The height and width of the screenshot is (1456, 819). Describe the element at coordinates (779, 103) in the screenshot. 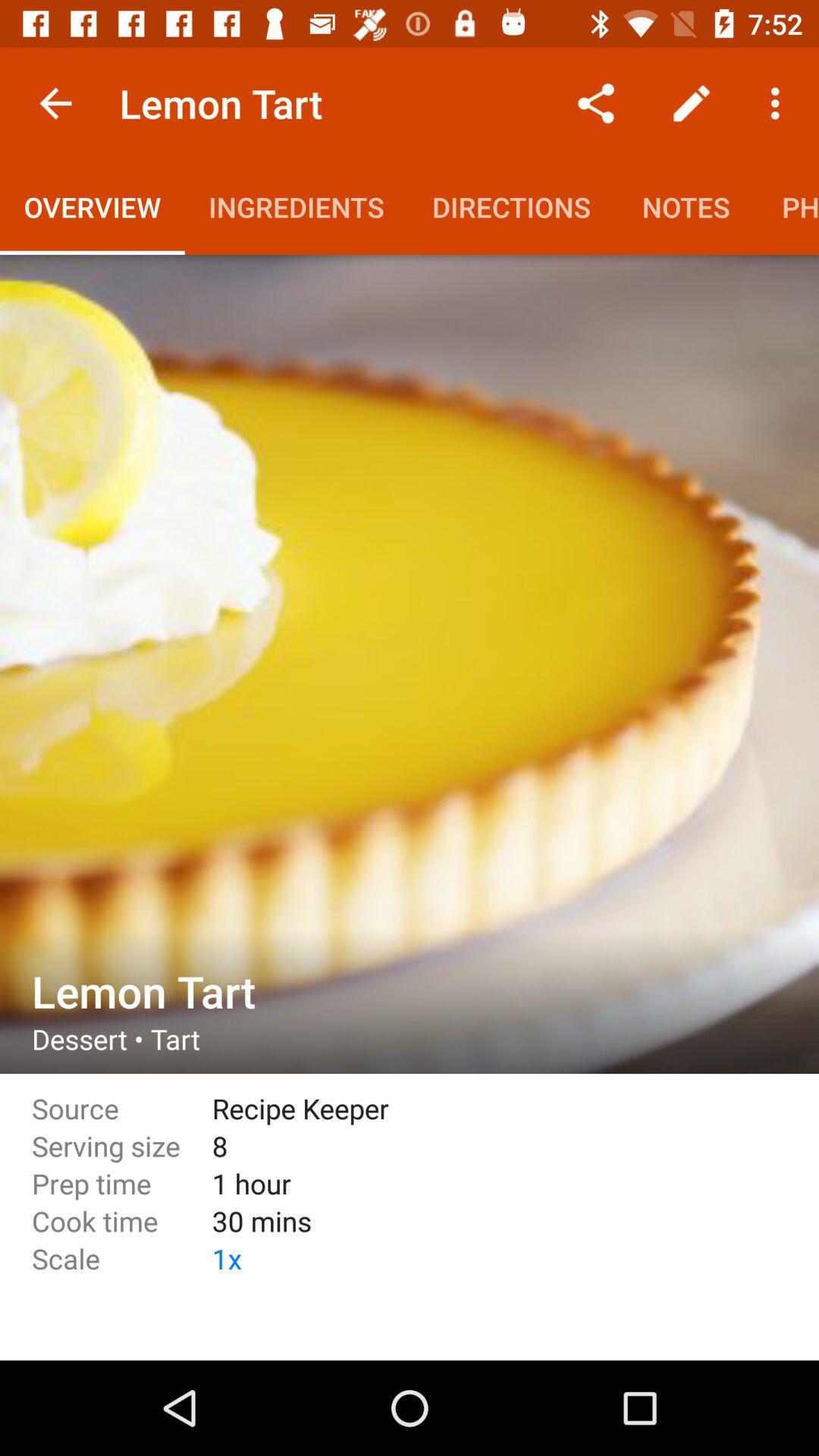

I see `the options button which is just below the time` at that location.